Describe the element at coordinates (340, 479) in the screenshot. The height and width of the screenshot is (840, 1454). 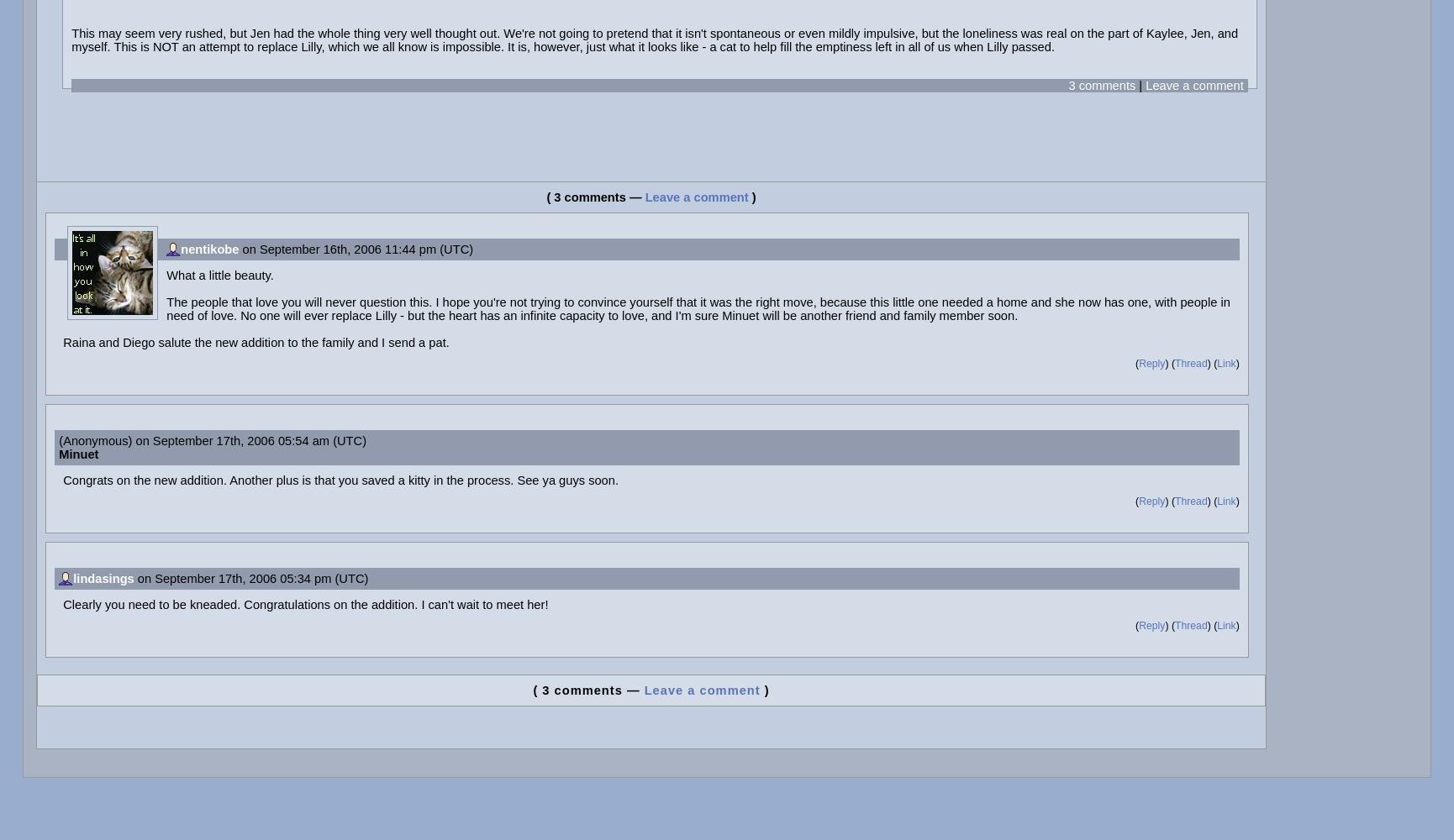
I see `'Congrats on the new addition. Another plus is that you saved a kitty in the process. See ya guys soon.'` at that location.